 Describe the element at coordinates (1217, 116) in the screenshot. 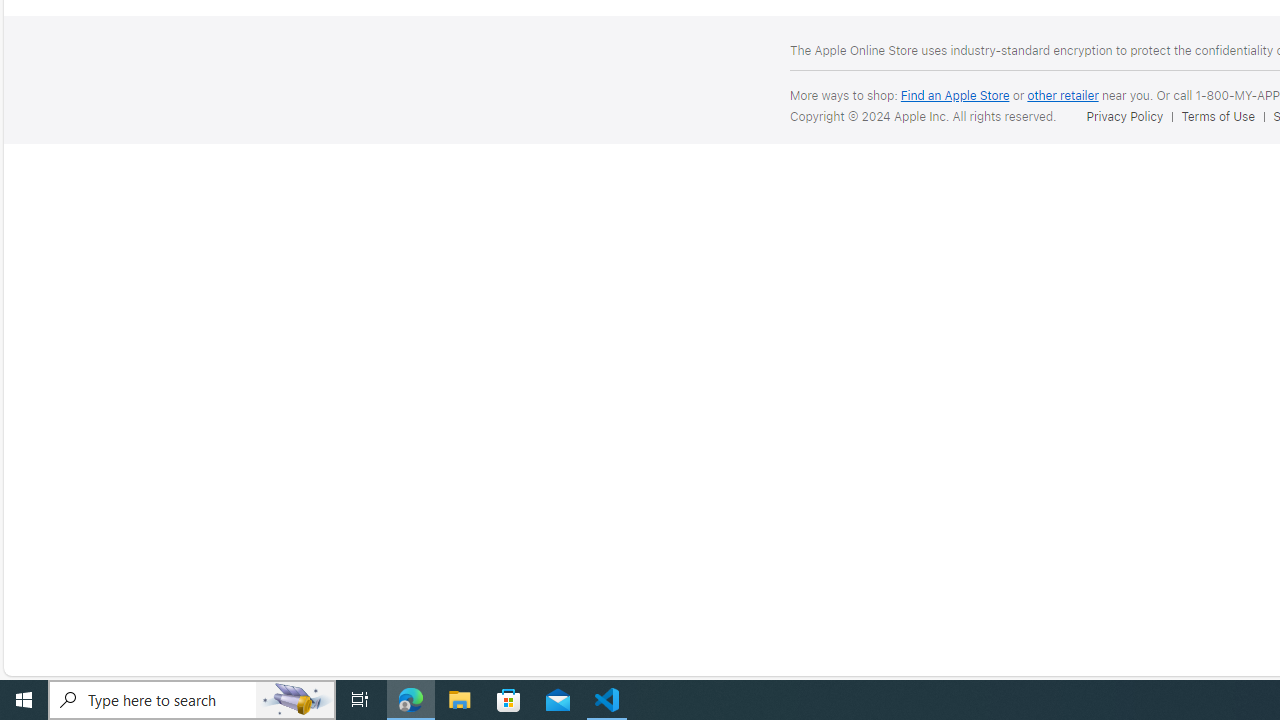

I see `'Terms of Use'` at that location.